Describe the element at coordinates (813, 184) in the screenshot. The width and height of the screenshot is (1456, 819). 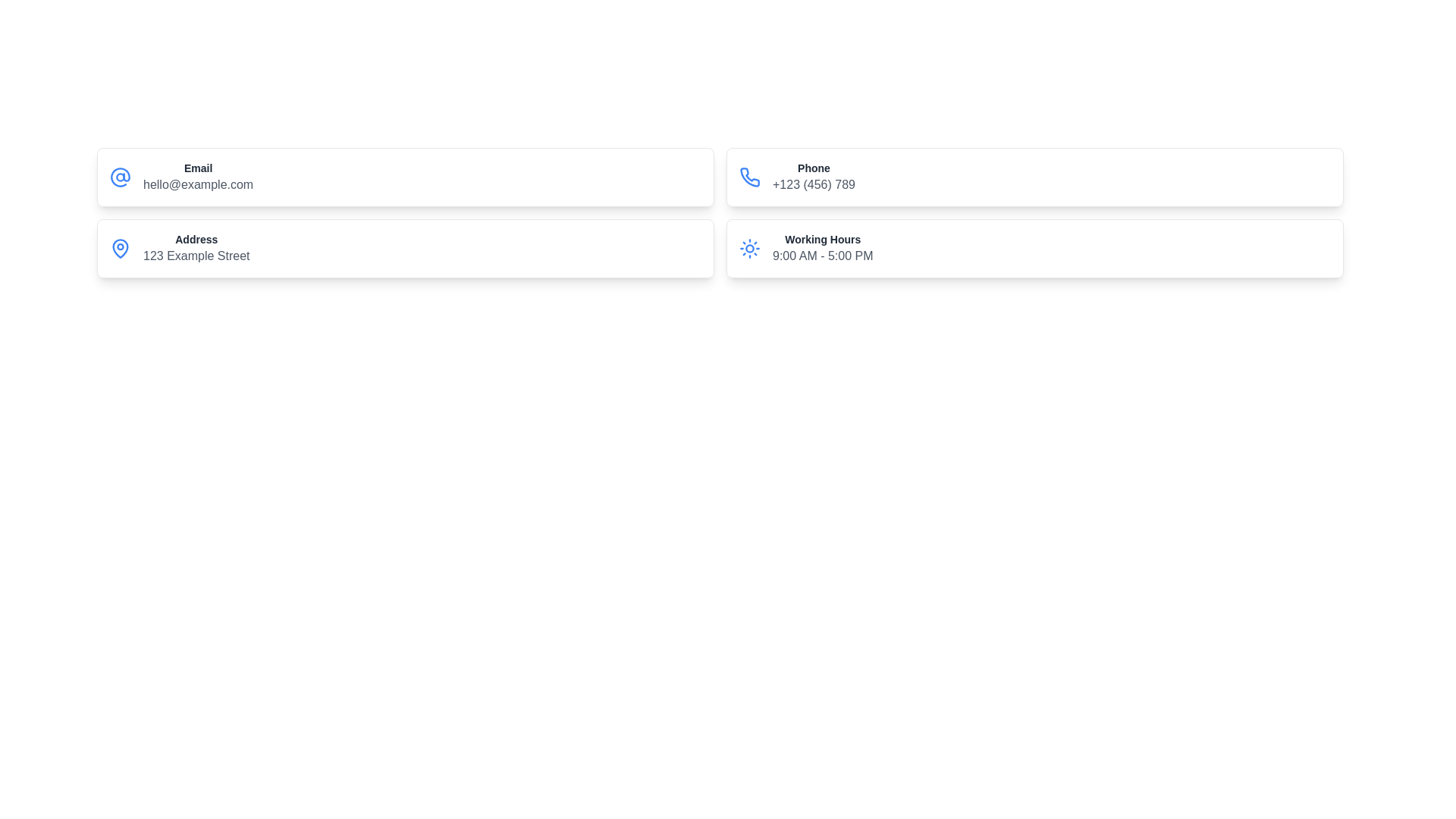
I see `displayed phone number '+123 (456) 789' from the gray text component located to the right of the 'Phone' label` at that location.